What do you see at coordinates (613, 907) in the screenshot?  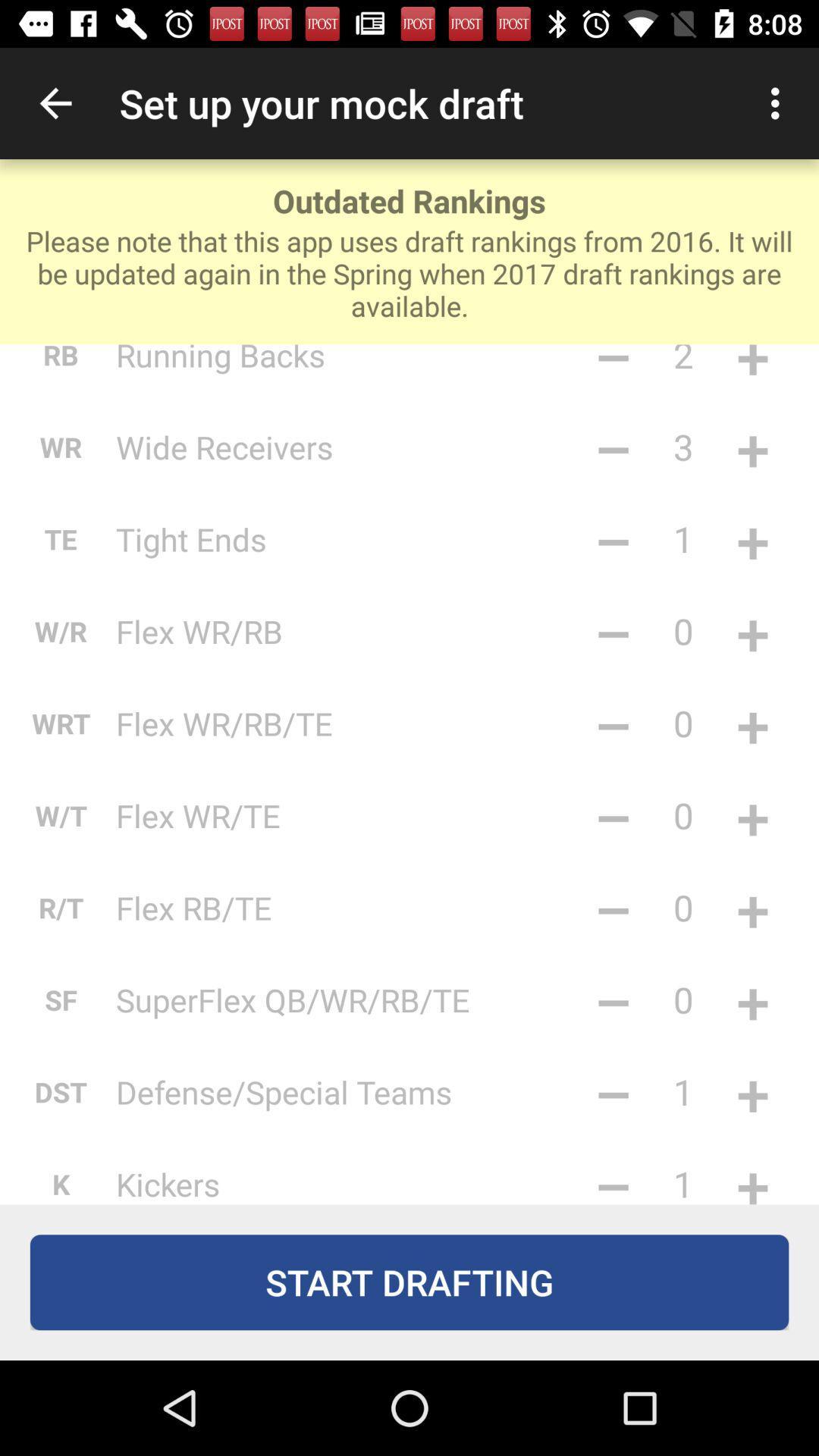 I see `the item next to 0` at bounding box center [613, 907].